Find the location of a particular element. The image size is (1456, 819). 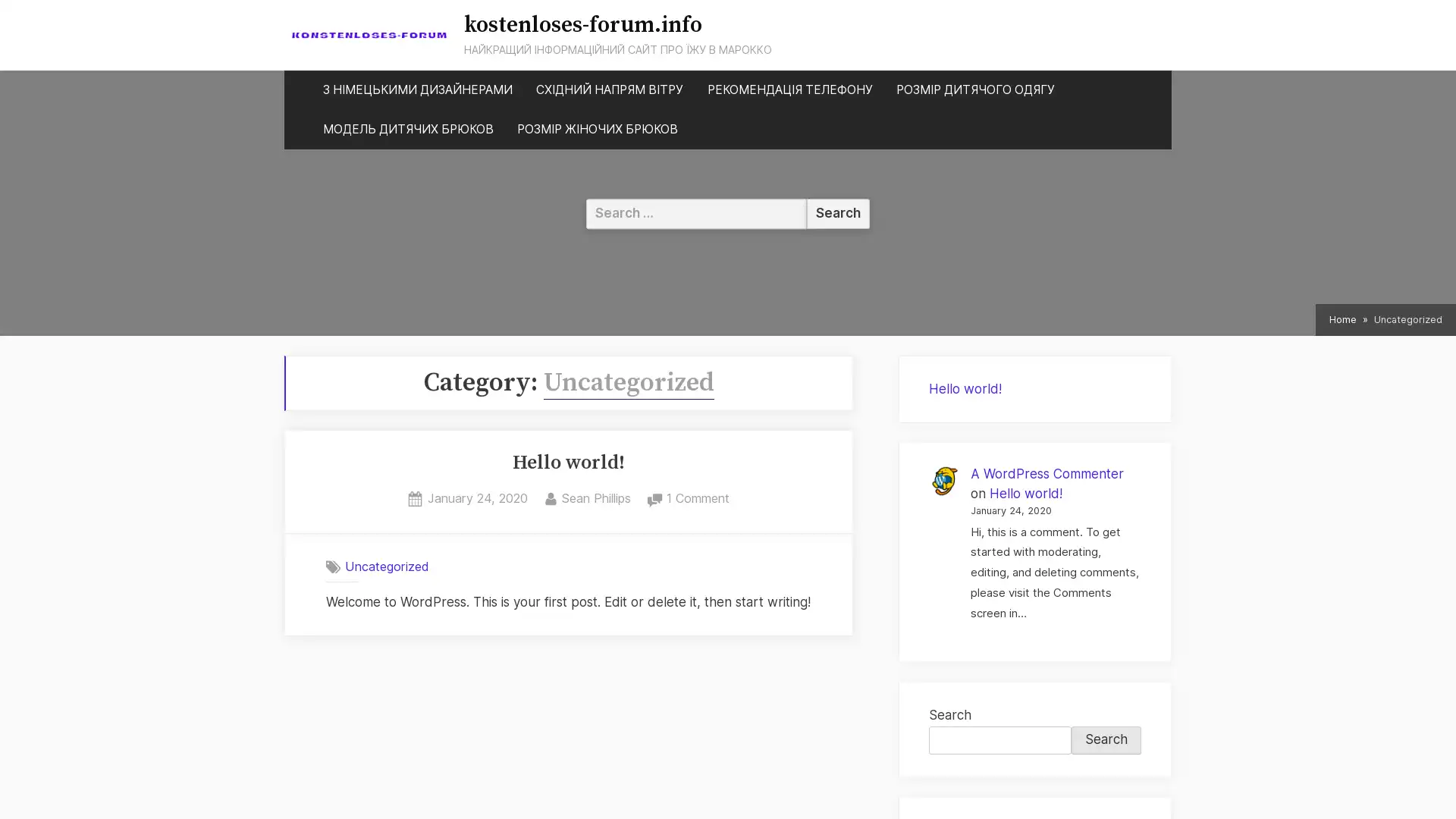

Search is located at coordinates (837, 213).